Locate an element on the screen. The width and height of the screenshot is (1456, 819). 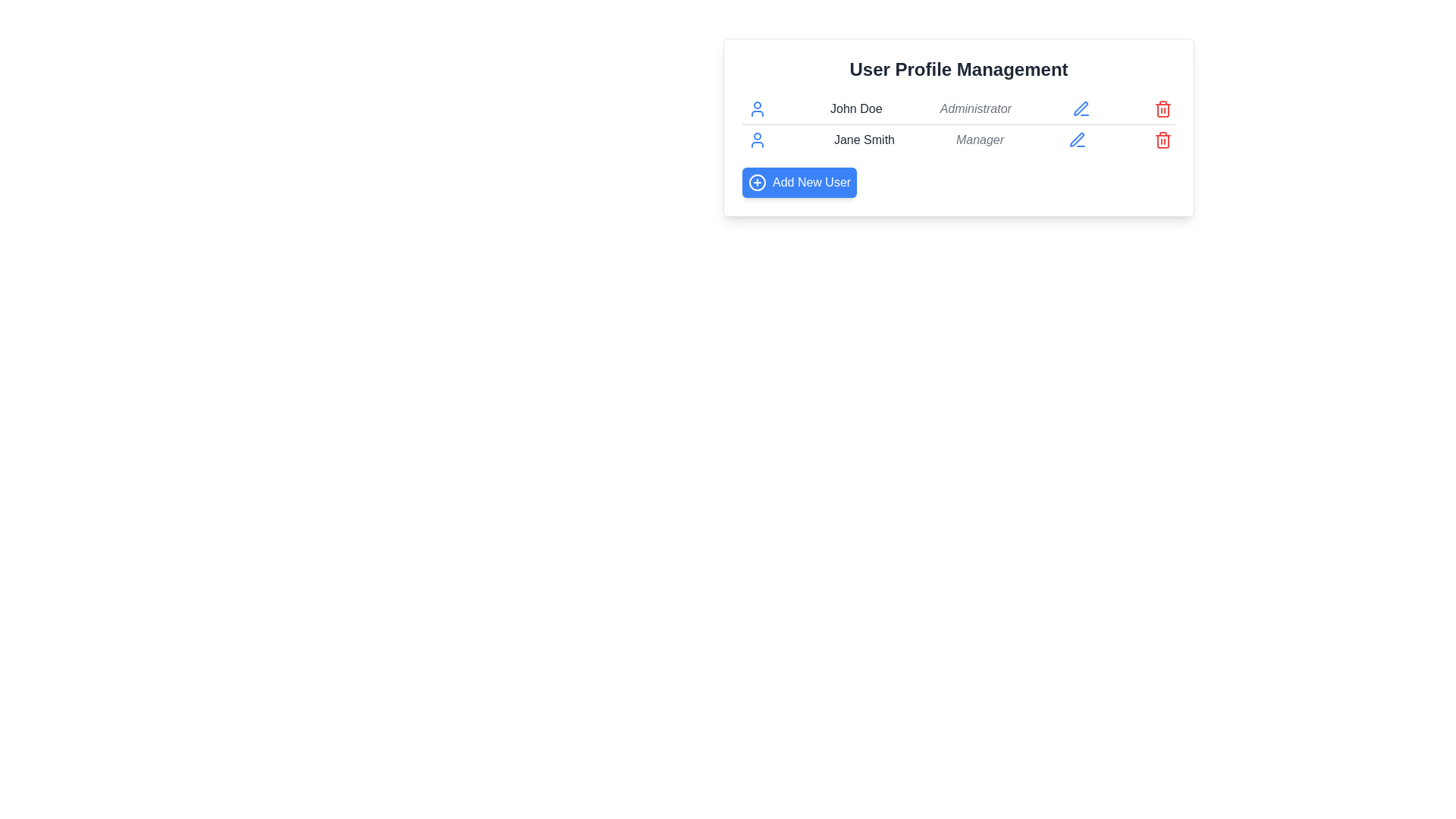
the circular addition icon with a blue theme and a plus sign, located to the left of the 'Add New User' button in the user profile management interface is located at coordinates (757, 181).